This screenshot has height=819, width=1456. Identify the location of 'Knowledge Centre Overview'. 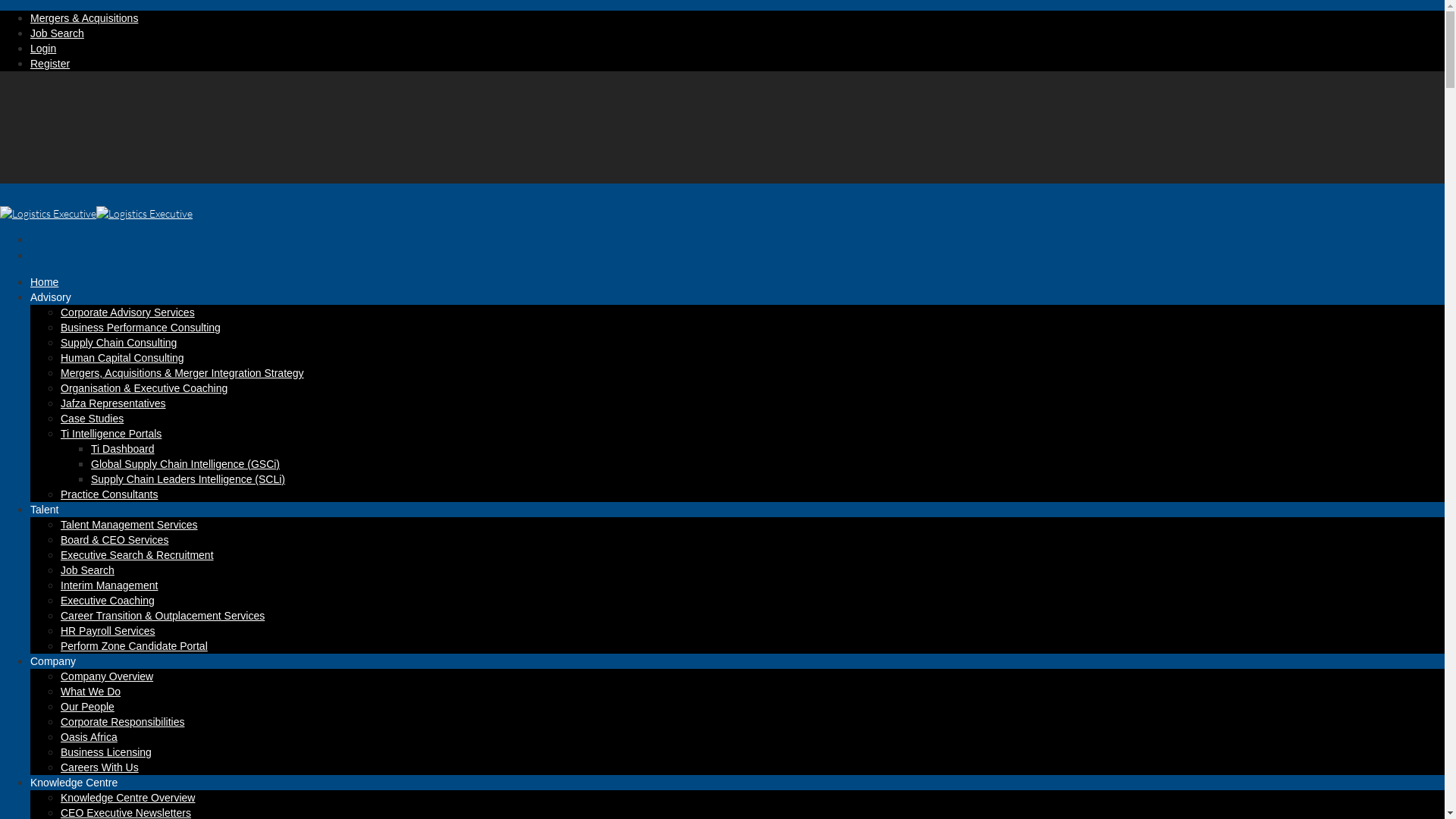
(61, 797).